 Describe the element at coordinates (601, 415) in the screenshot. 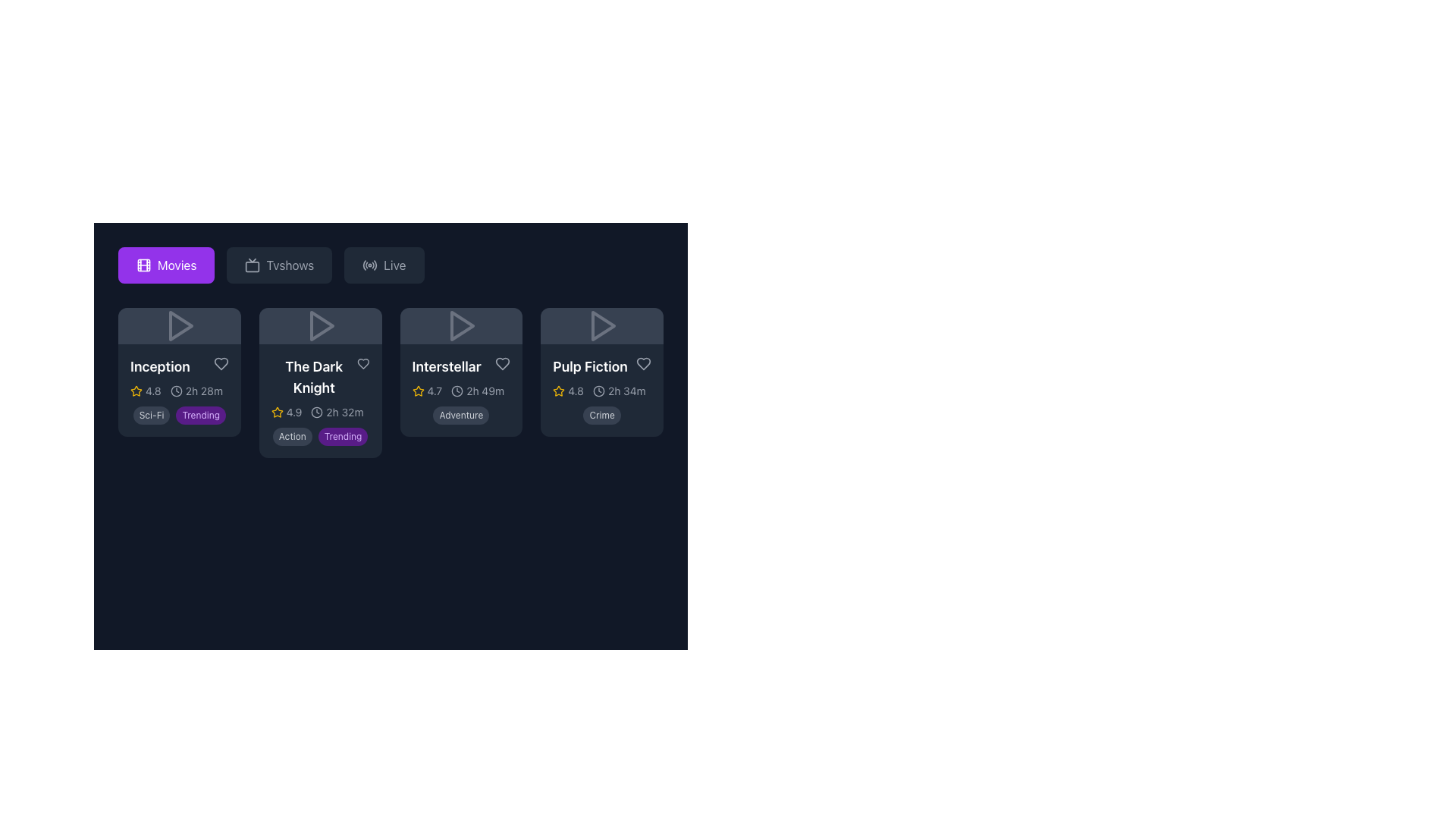

I see `'Crime' genre label located centrally within the movie card for 'Pulp Fiction', which is positioned below the rating and duration line` at that location.